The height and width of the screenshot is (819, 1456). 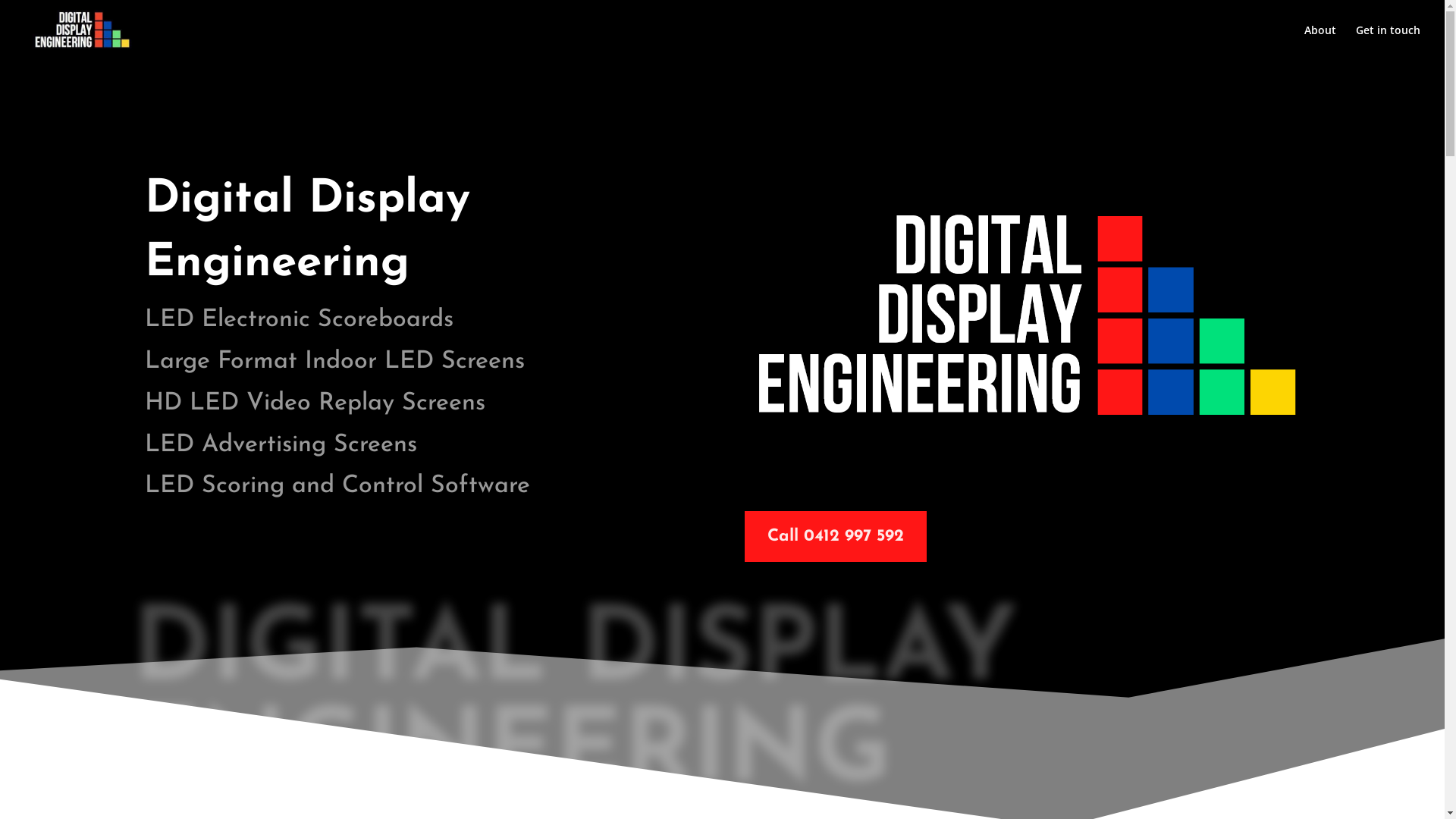 I want to click on 'Digital Display Engineering', so click(x=1026, y=311).